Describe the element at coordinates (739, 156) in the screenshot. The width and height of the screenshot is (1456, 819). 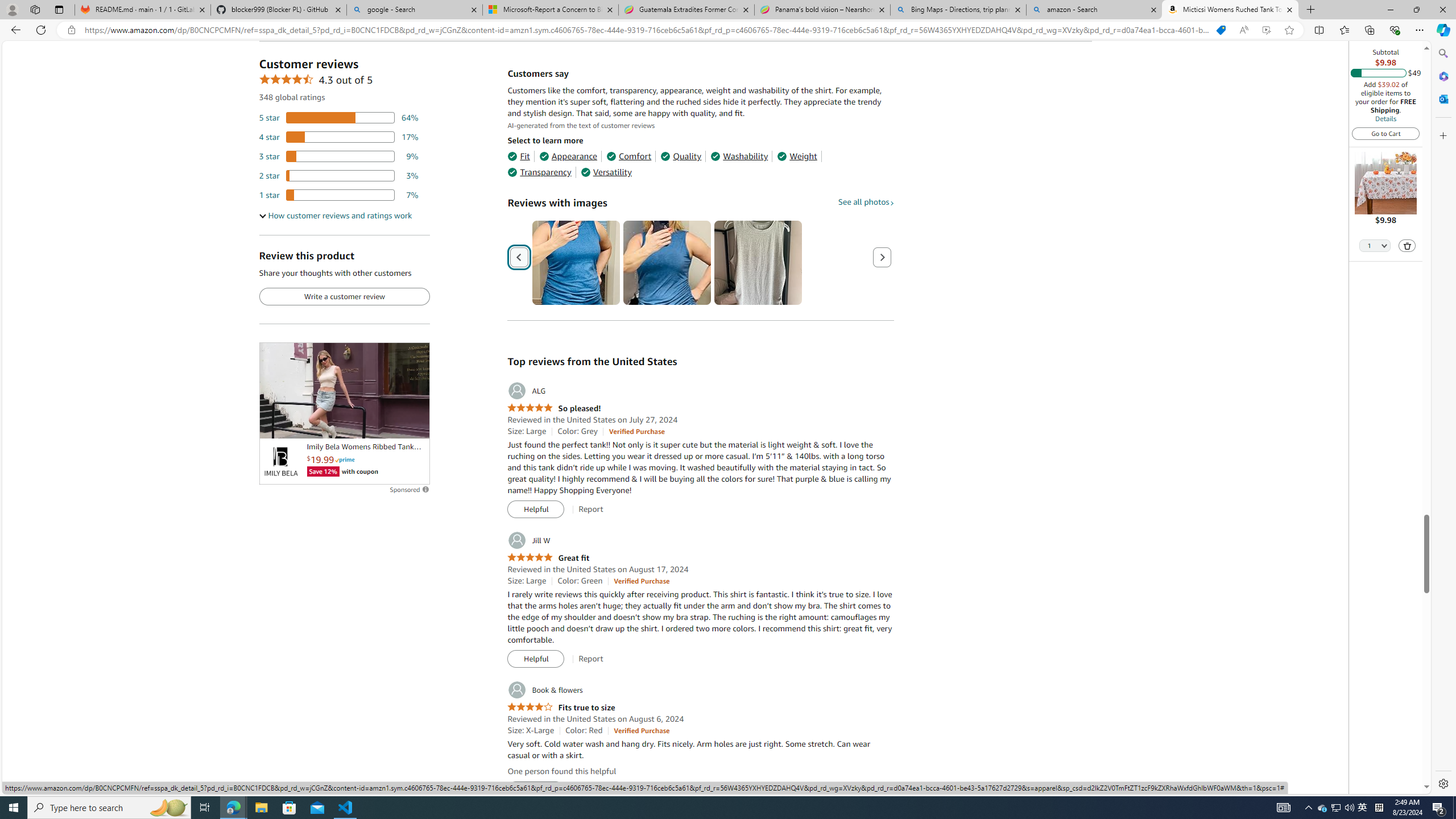
I see `'Washability'` at that location.